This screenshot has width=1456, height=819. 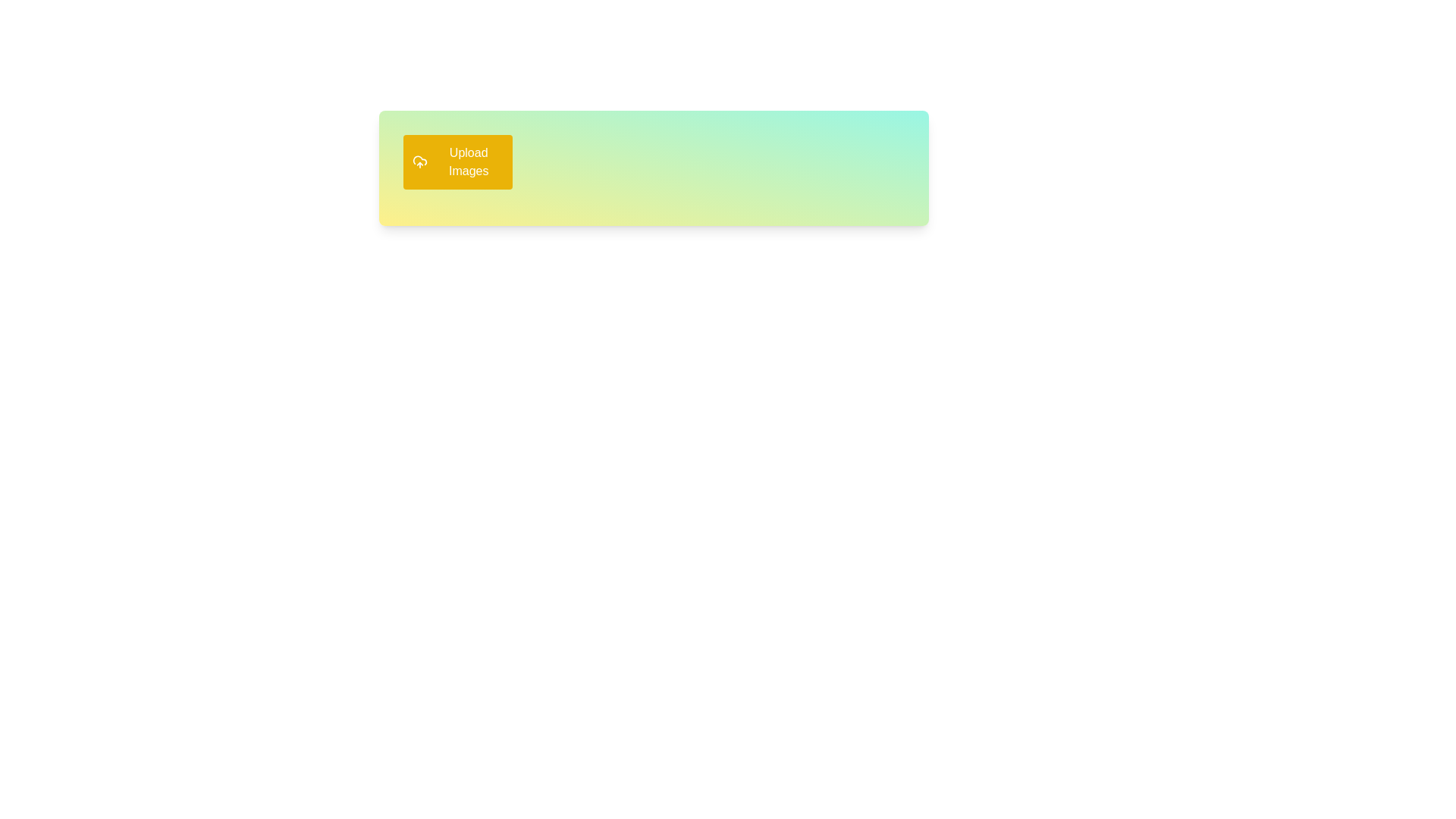 I want to click on the cloud icon with an upward arrow, which is outlined in white on a yellow background, to trigger the tooltip or feedback, so click(x=420, y=162).